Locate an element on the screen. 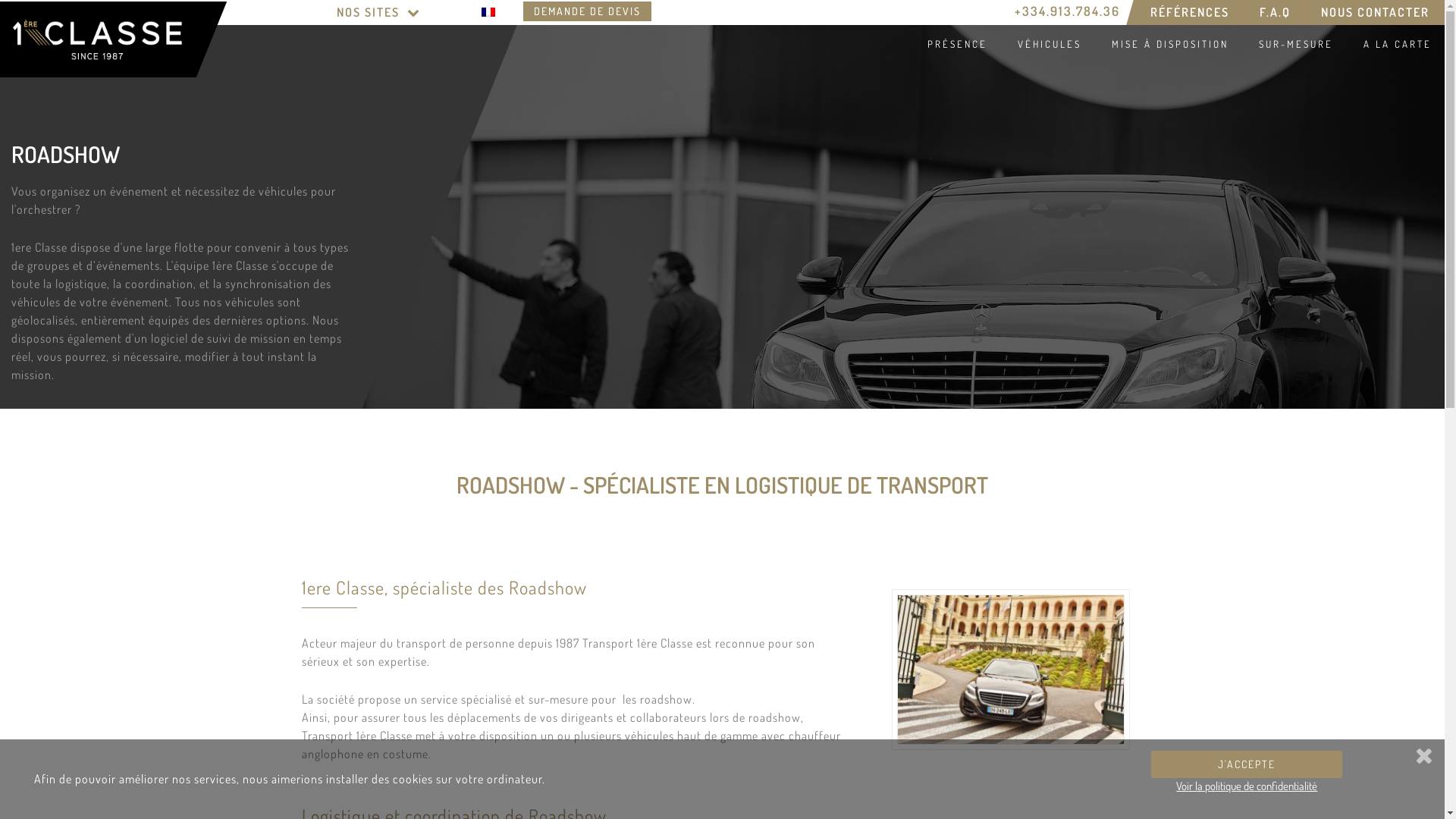 Image resolution: width=1456 pixels, height=819 pixels. 'SUR-MESURE' is located at coordinates (1292, 42).